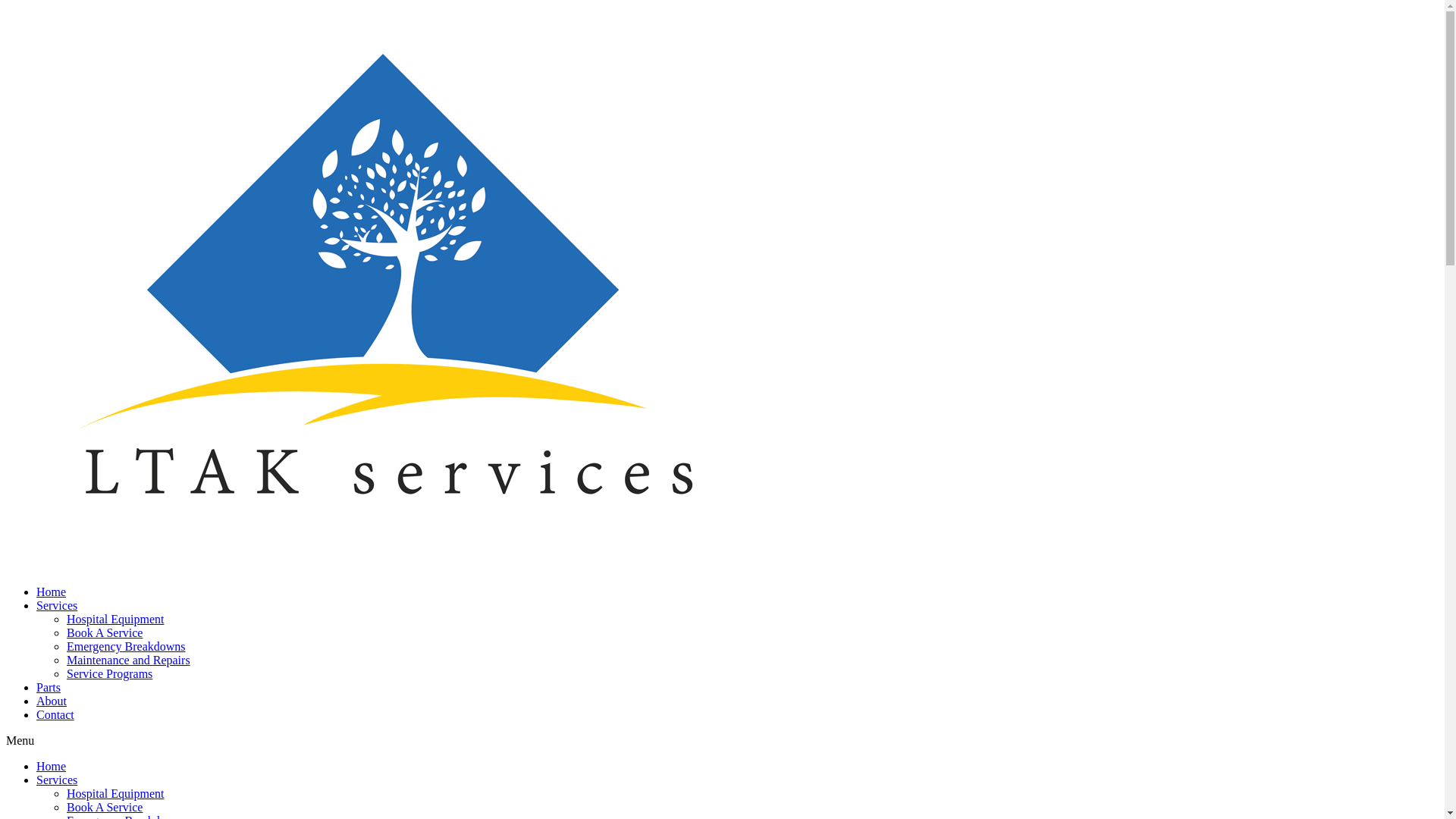  Describe the element at coordinates (115, 792) in the screenshot. I see `'Hospital Equipment'` at that location.